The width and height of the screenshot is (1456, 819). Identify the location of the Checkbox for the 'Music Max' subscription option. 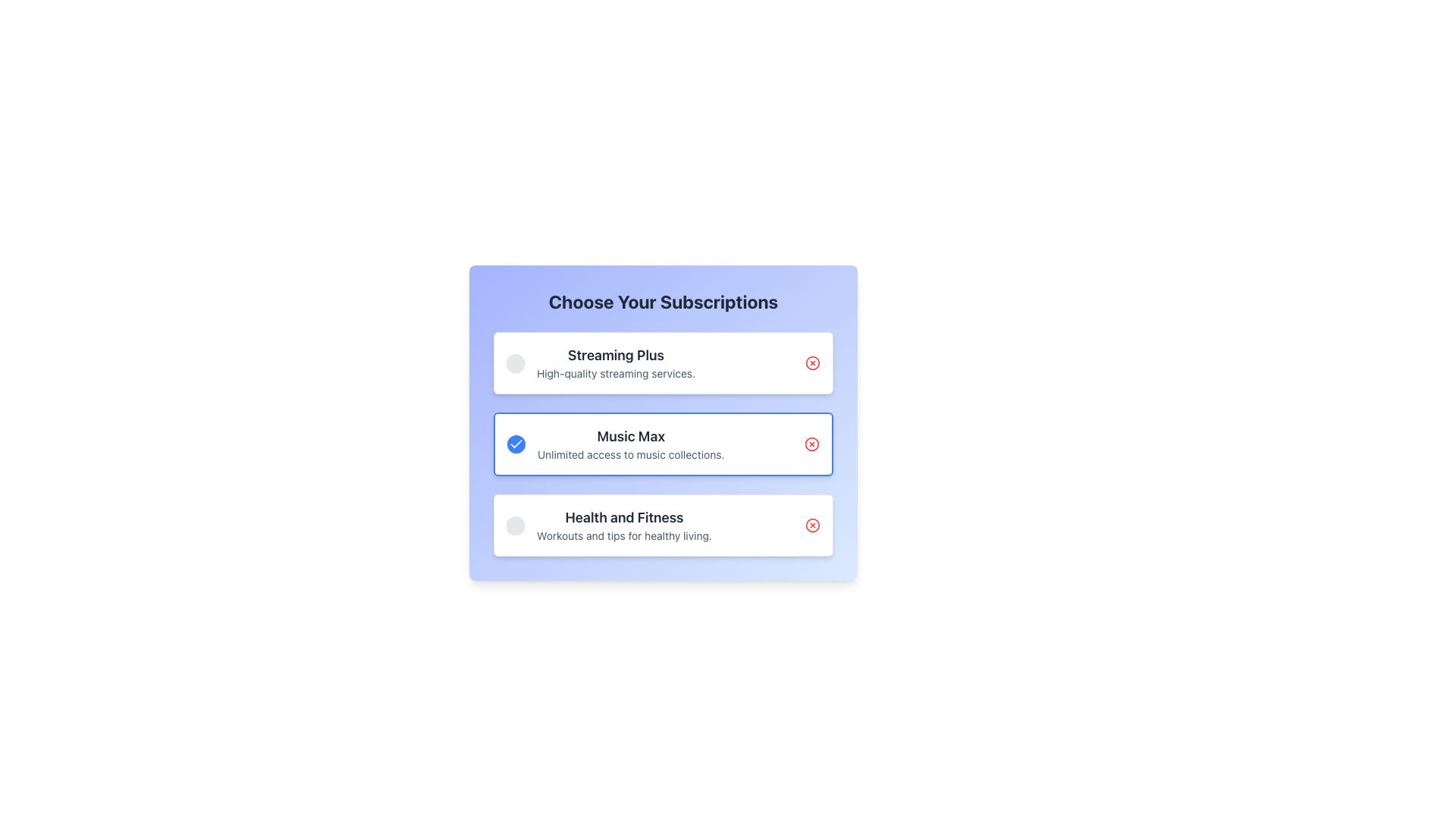
(516, 444).